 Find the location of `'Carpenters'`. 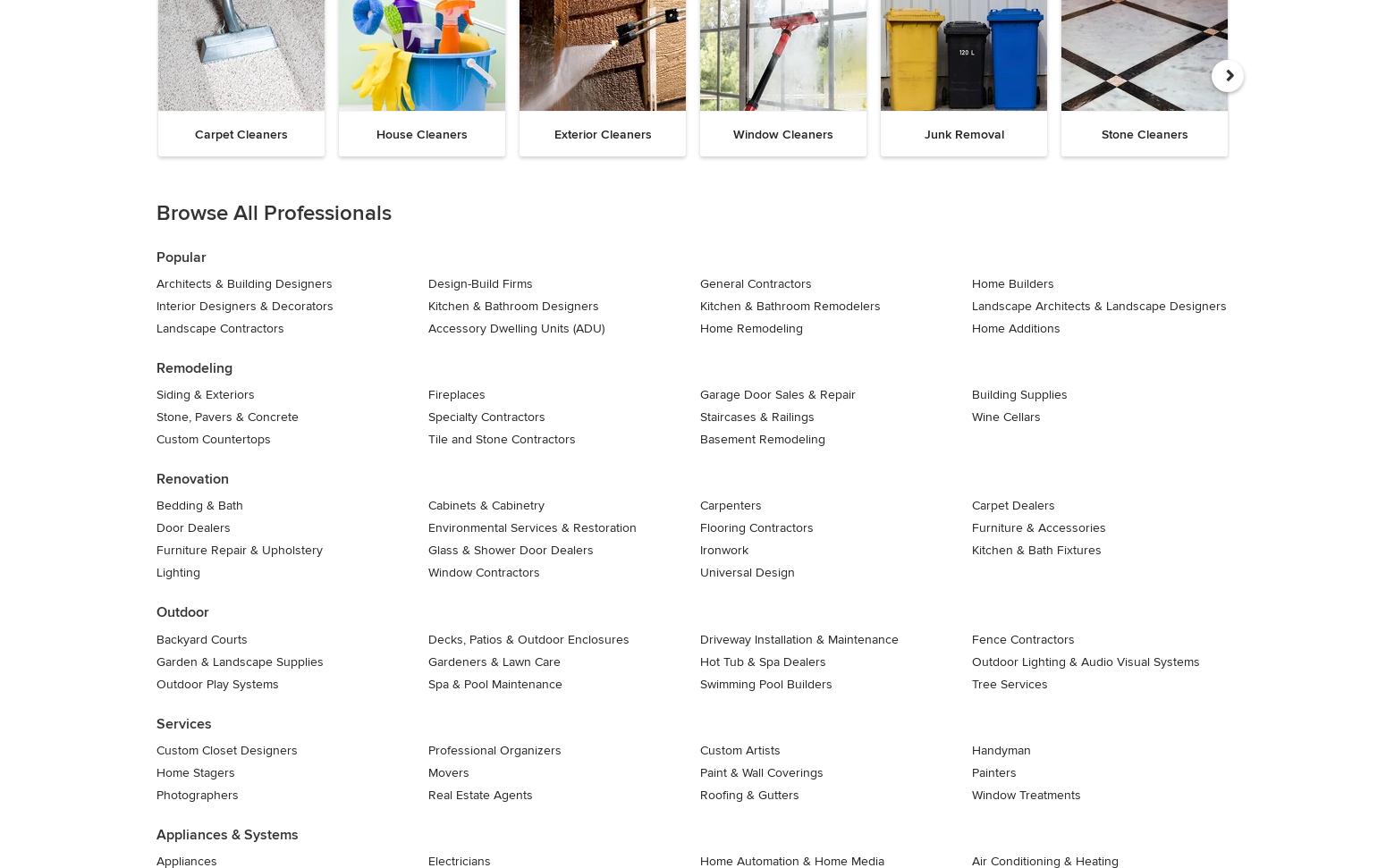

'Carpenters' is located at coordinates (730, 505).